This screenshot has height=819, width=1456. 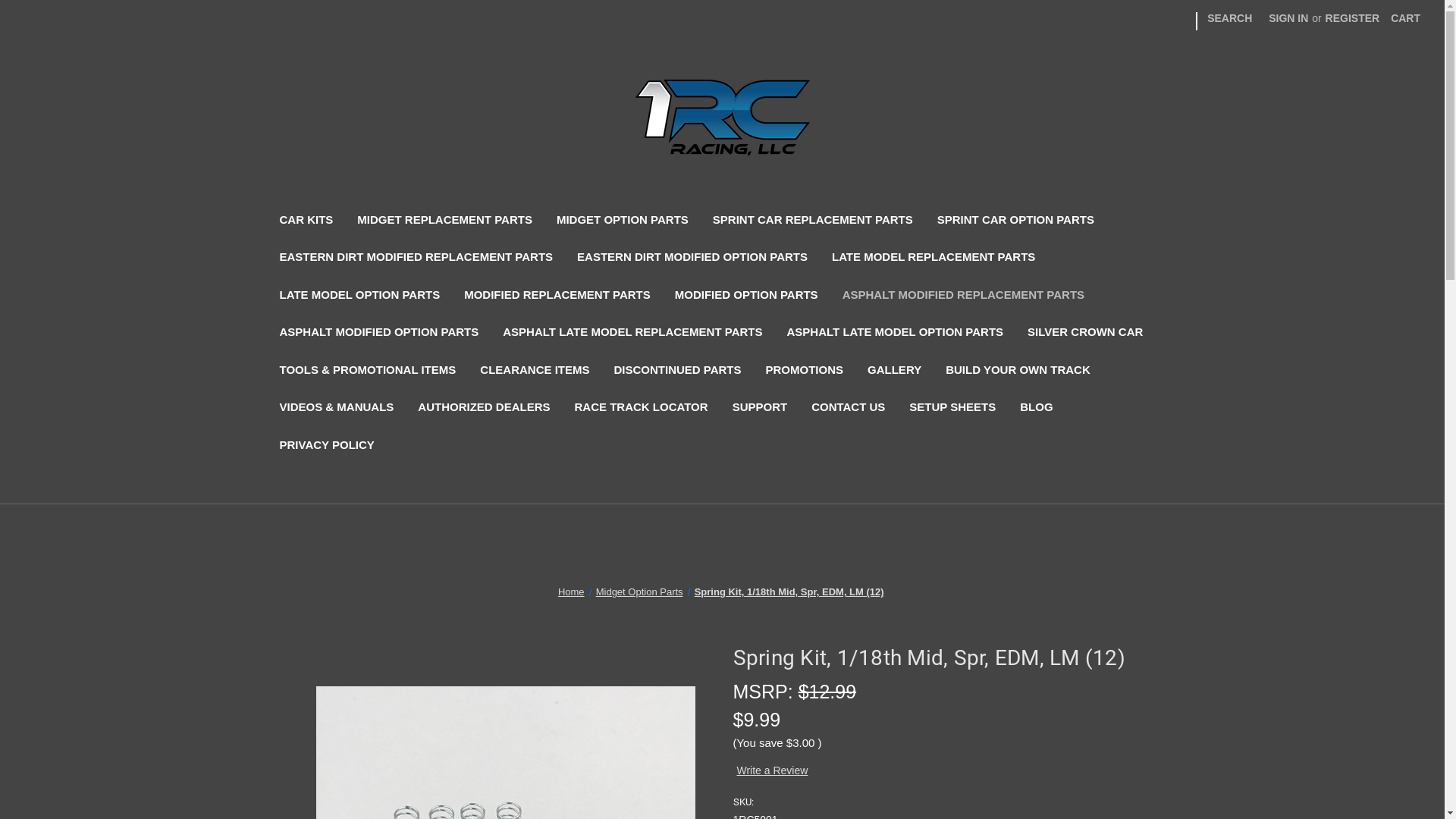 What do you see at coordinates (932, 258) in the screenshot?
I see `'LATE MODEL REPLACEMENT PARTS'` at bounding box center [932, 258].